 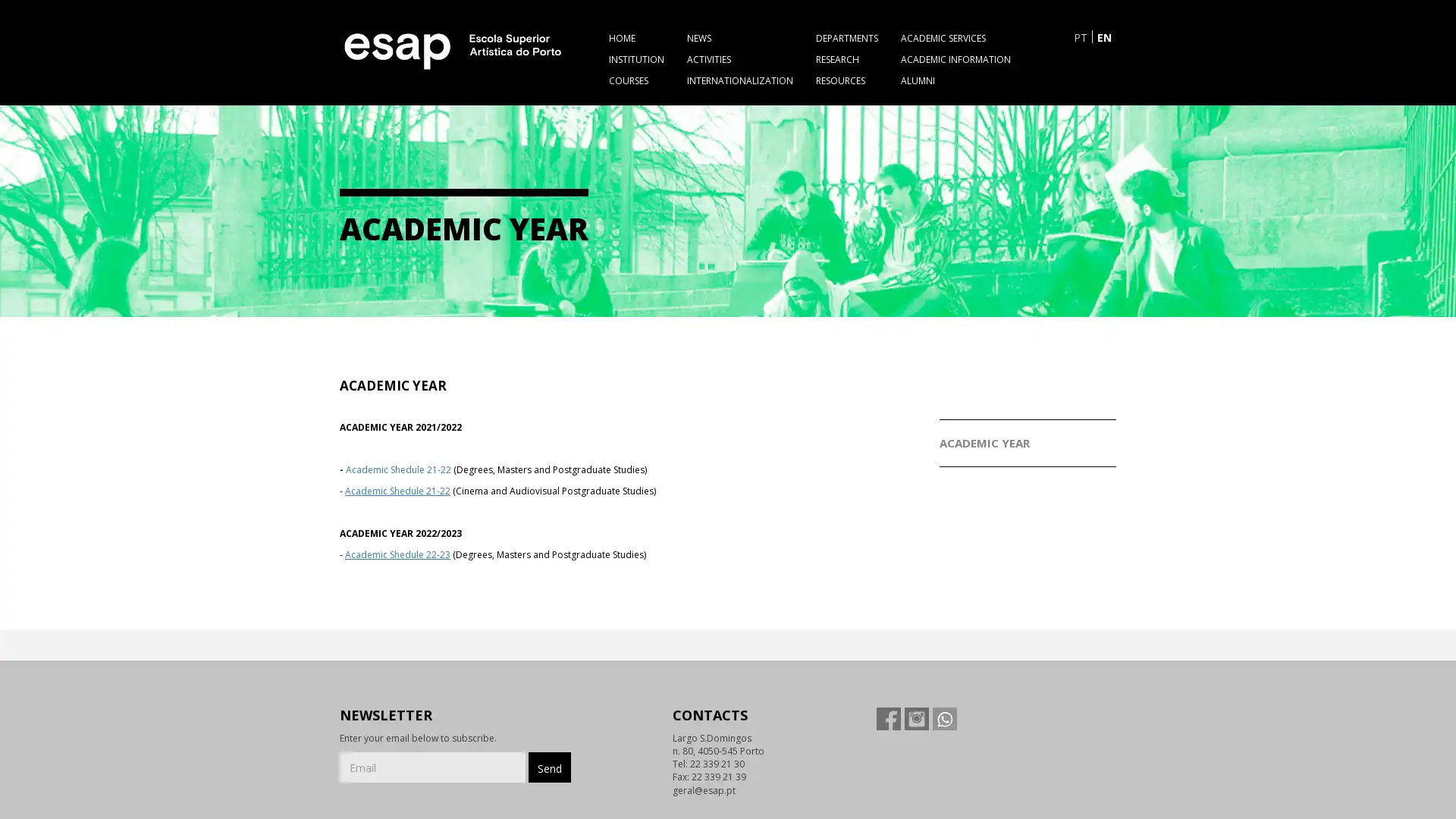 What do you see at coordinates (1080, 36) in the screenshot?
I see `PT` at bounding box center [1080, 36].